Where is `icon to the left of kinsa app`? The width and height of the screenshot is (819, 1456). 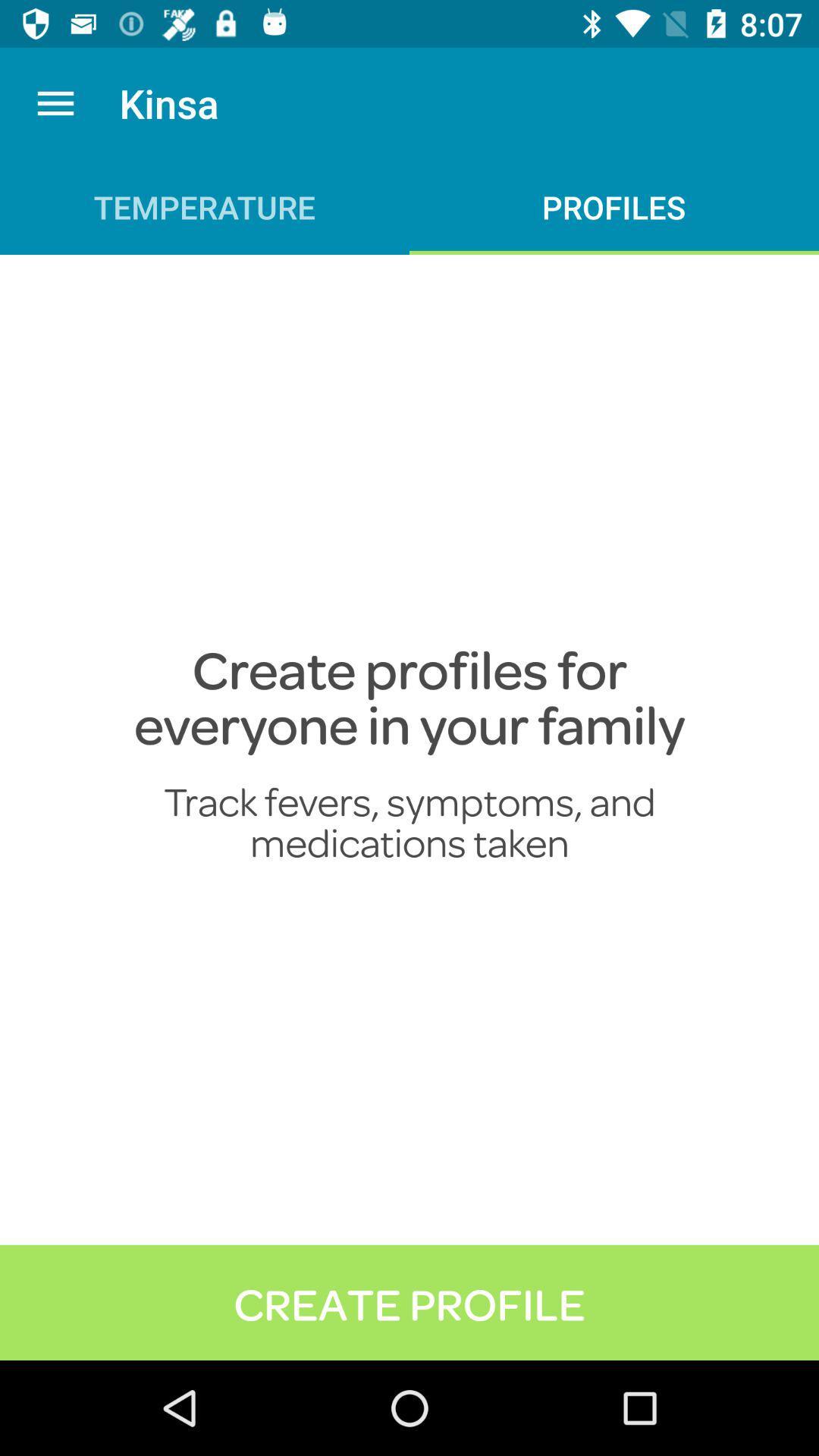 icon to the left of kinsa app is located at coordinates (55, 102).